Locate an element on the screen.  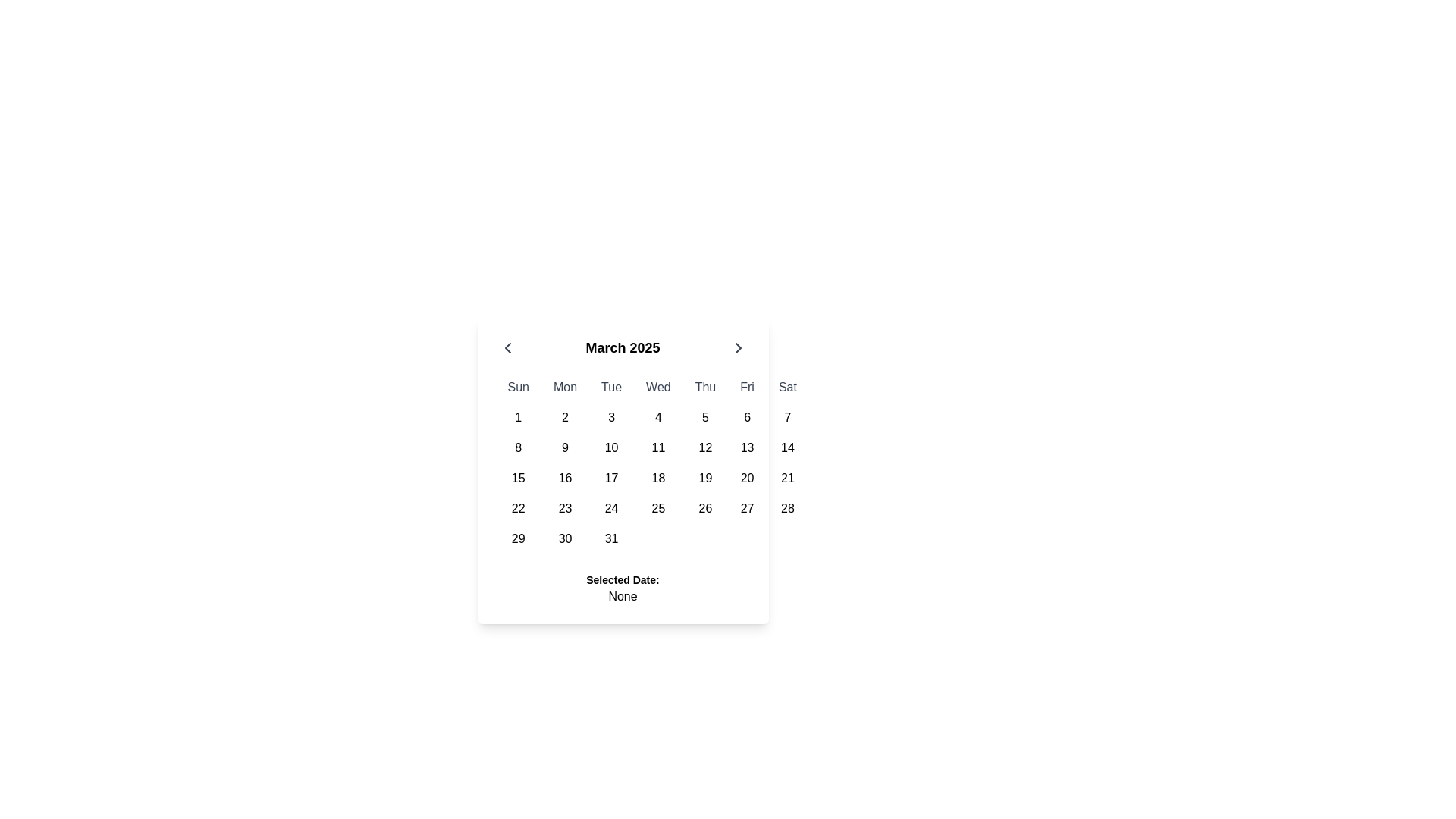
the button representing the digit '6', which is the sixth element in a sequence of digits from '1' to '7', located between '5' and '7' is located at coordinates (747, 418).